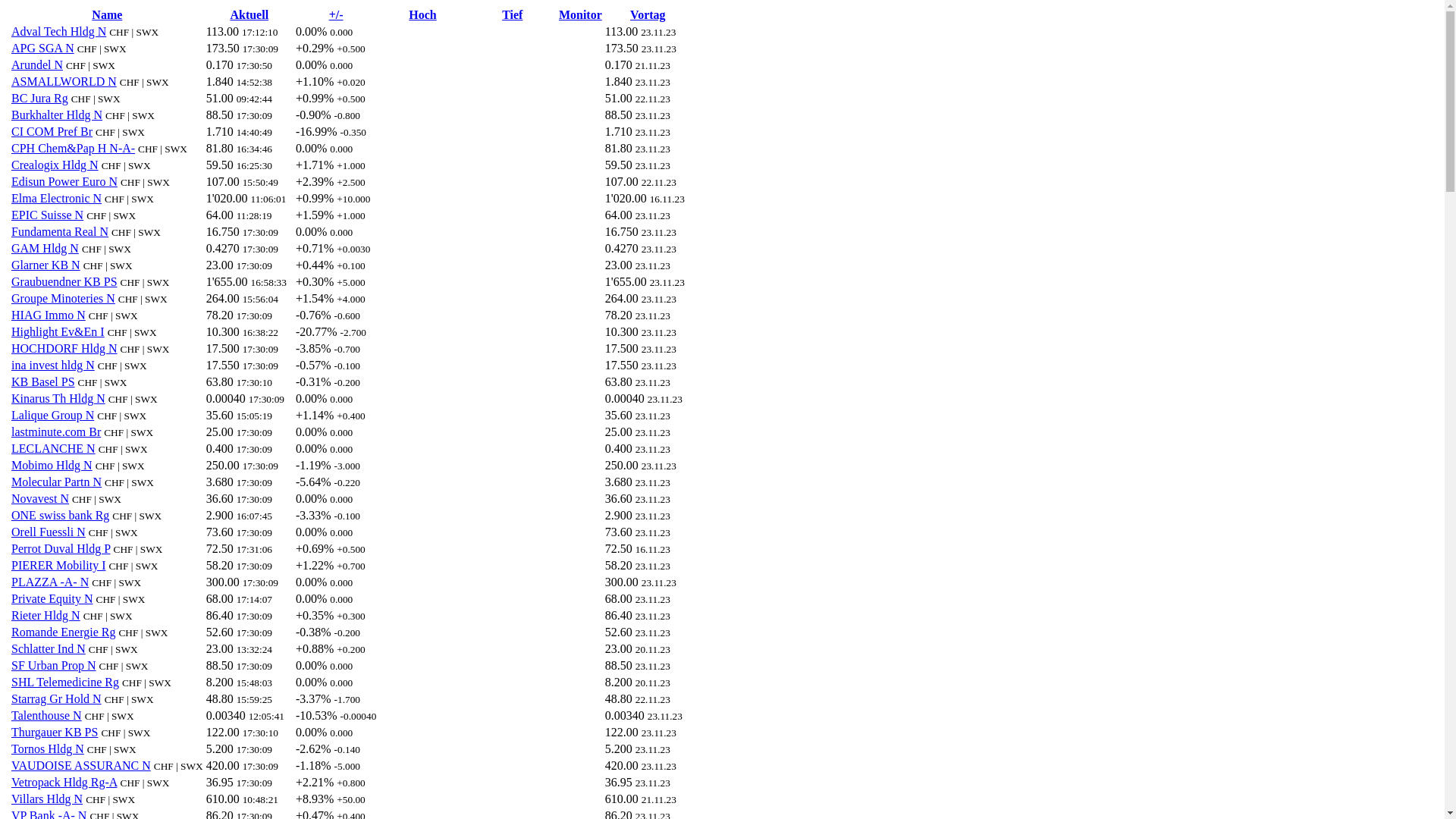  What do you see at coordinates (61, 548) in the screenshot?
I see `'Perrot Duval Hldg P'` at bounding box center [61, 548].